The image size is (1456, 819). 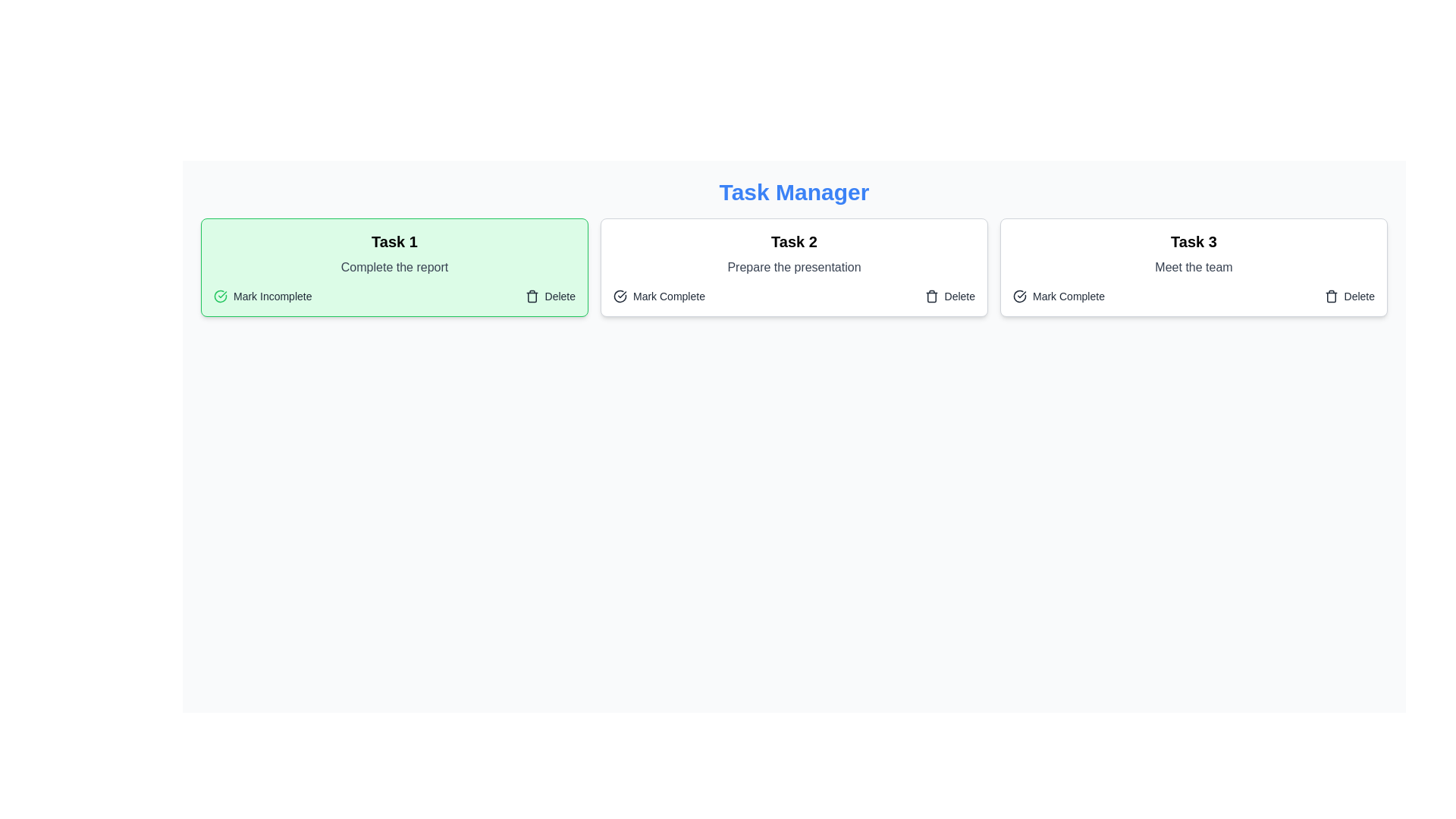 What do you see at coordinates (668, 296) in the screenshot?
I see `the 'Mark Complete' text label element, which is styled in a muted color and is located next to a check mark icon within the task card labeled 'Task 2'` at bounding box center [668, 296].